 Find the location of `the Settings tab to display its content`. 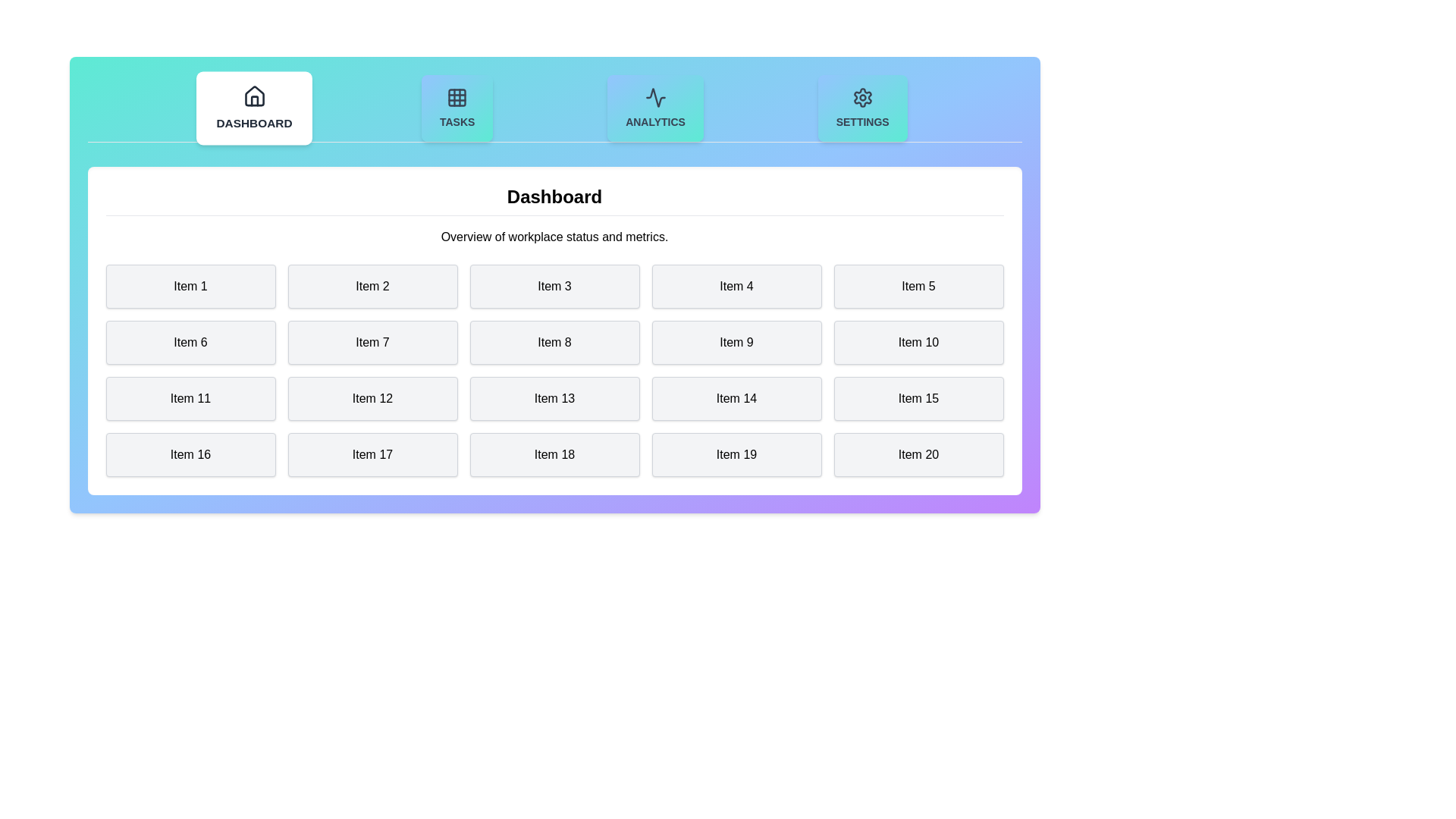

the Settings tab to display its content is located at coordinates (862, 107).